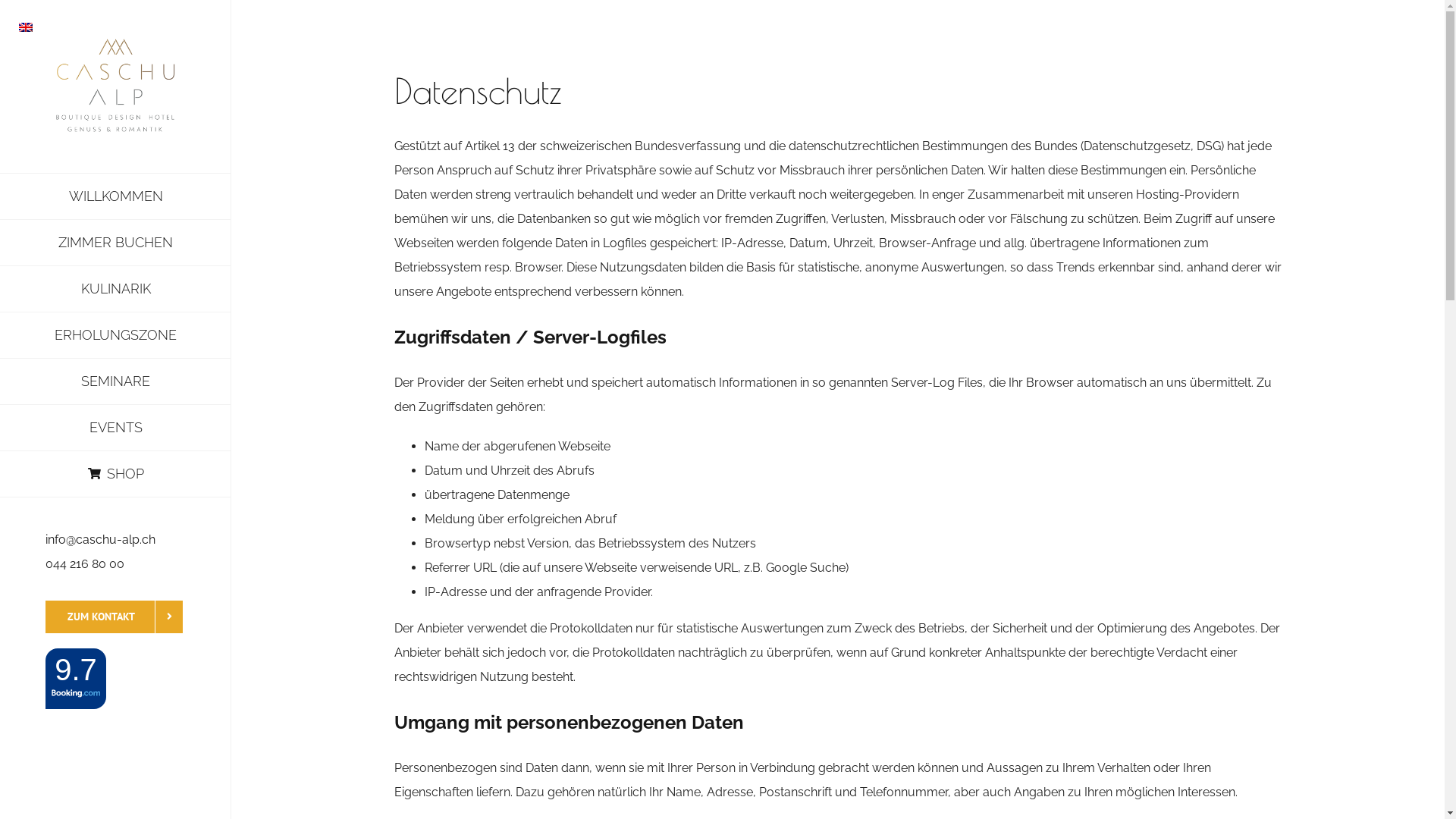 The height and width of the screenshot is (819, 1456). What do you see at coordinates (115, 381) in the screenshot?
I see `'SEMINARE'` at bounding box center [115, 381].